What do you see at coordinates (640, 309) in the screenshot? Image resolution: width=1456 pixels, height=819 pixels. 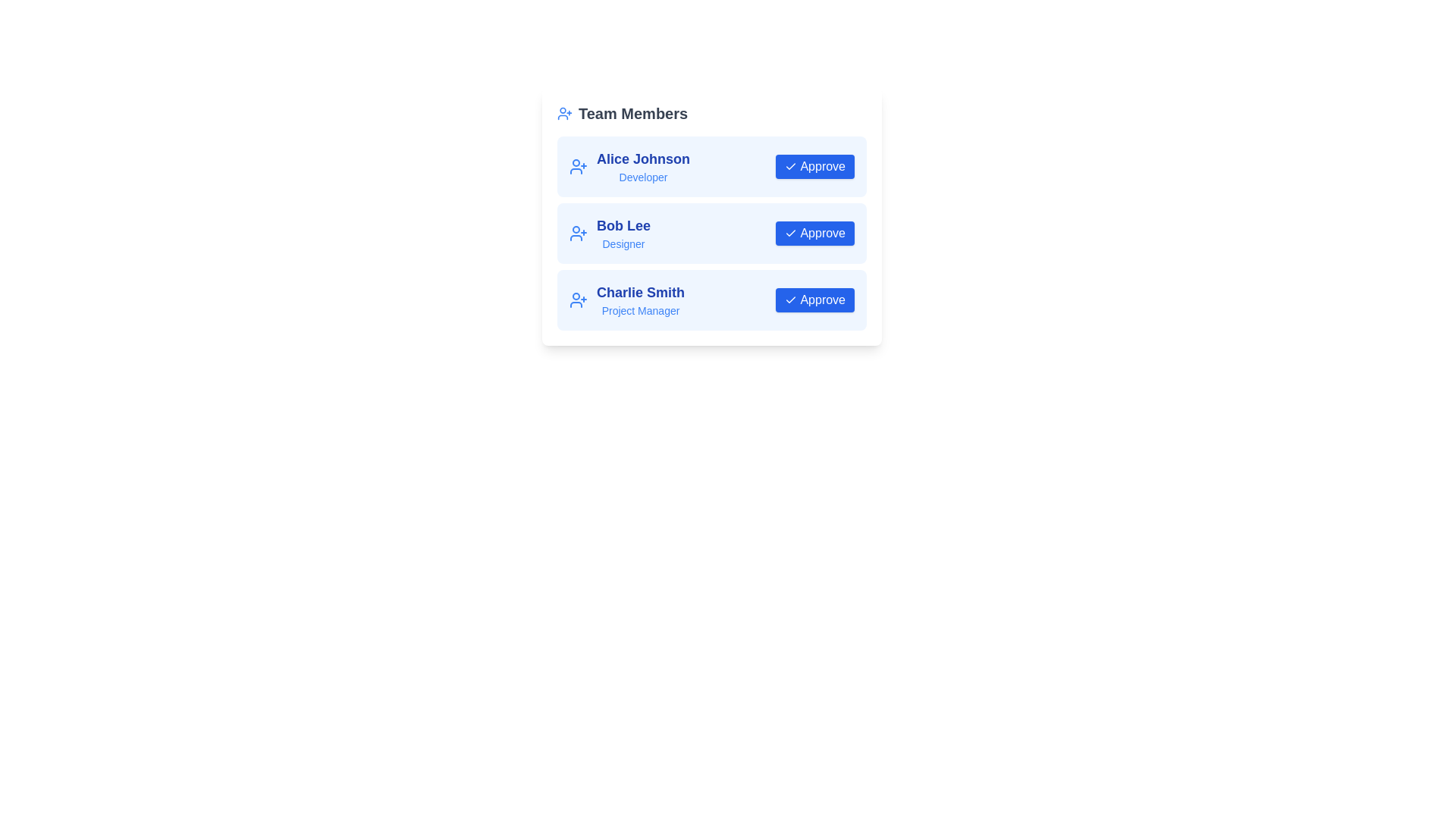 I see `the text label displaying the job title 'Project Manager' associated with 'Charlie Smith', located beneath the name in the 'Team Members' list` at bounding box center [640, 309].